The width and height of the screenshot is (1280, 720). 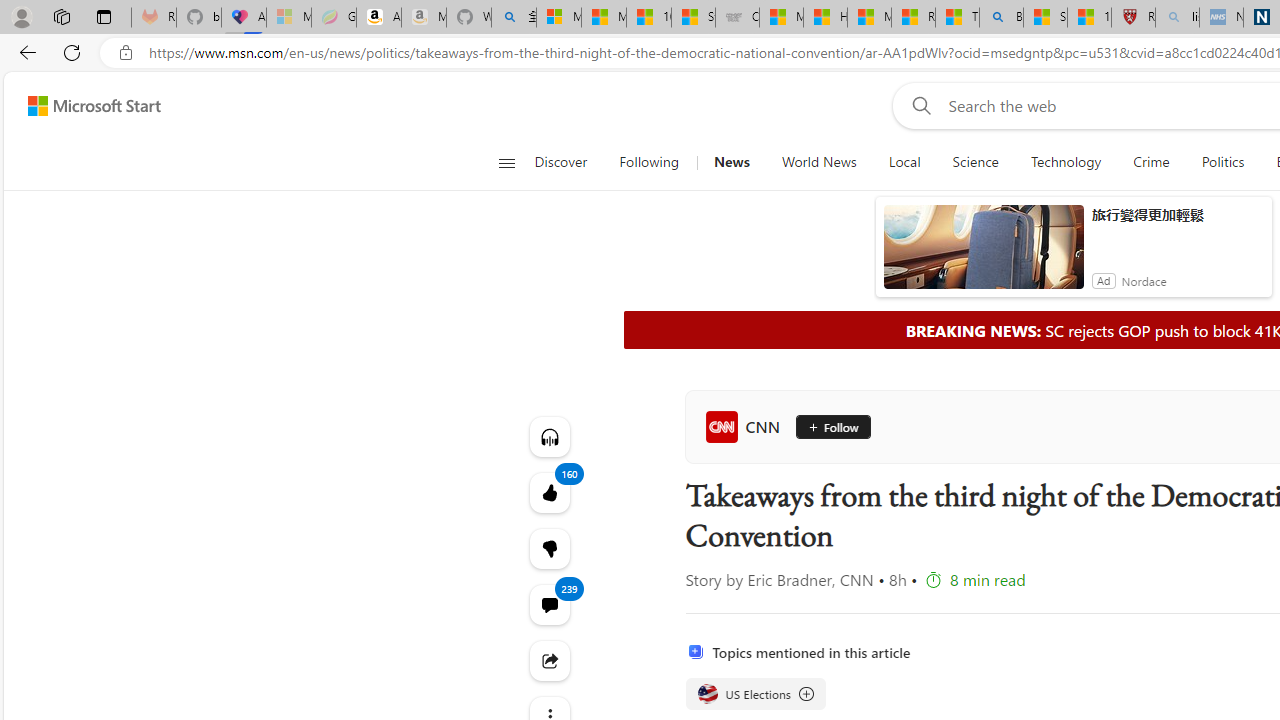 I want to click on 'Technology', so click(x=1064, y=162).